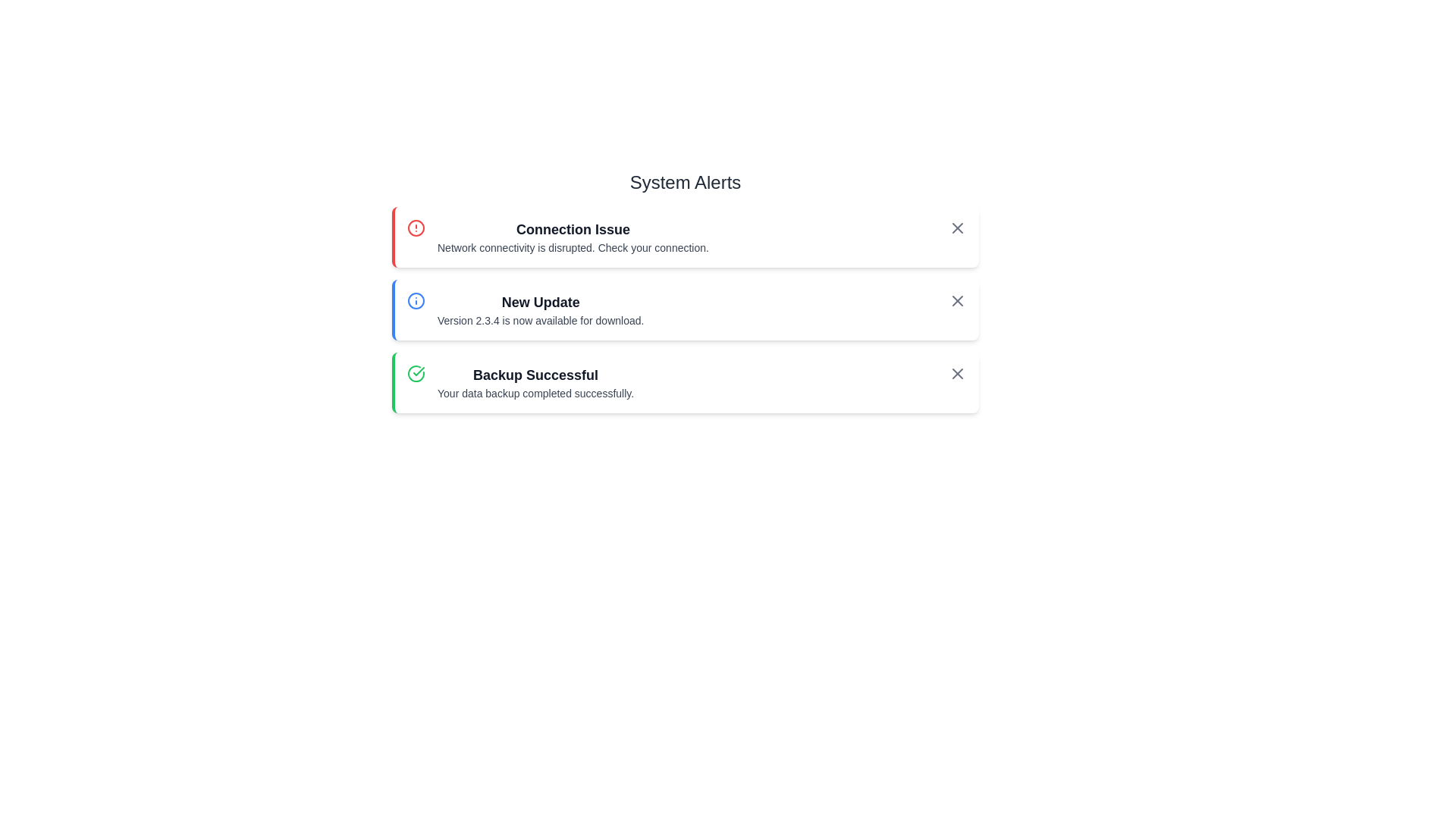 The width and height of the screenshot is (1456, 819). I want to click on the 'Backup Successful' notification icon located at the leftmost side of the card for more information, so click(416, 374).